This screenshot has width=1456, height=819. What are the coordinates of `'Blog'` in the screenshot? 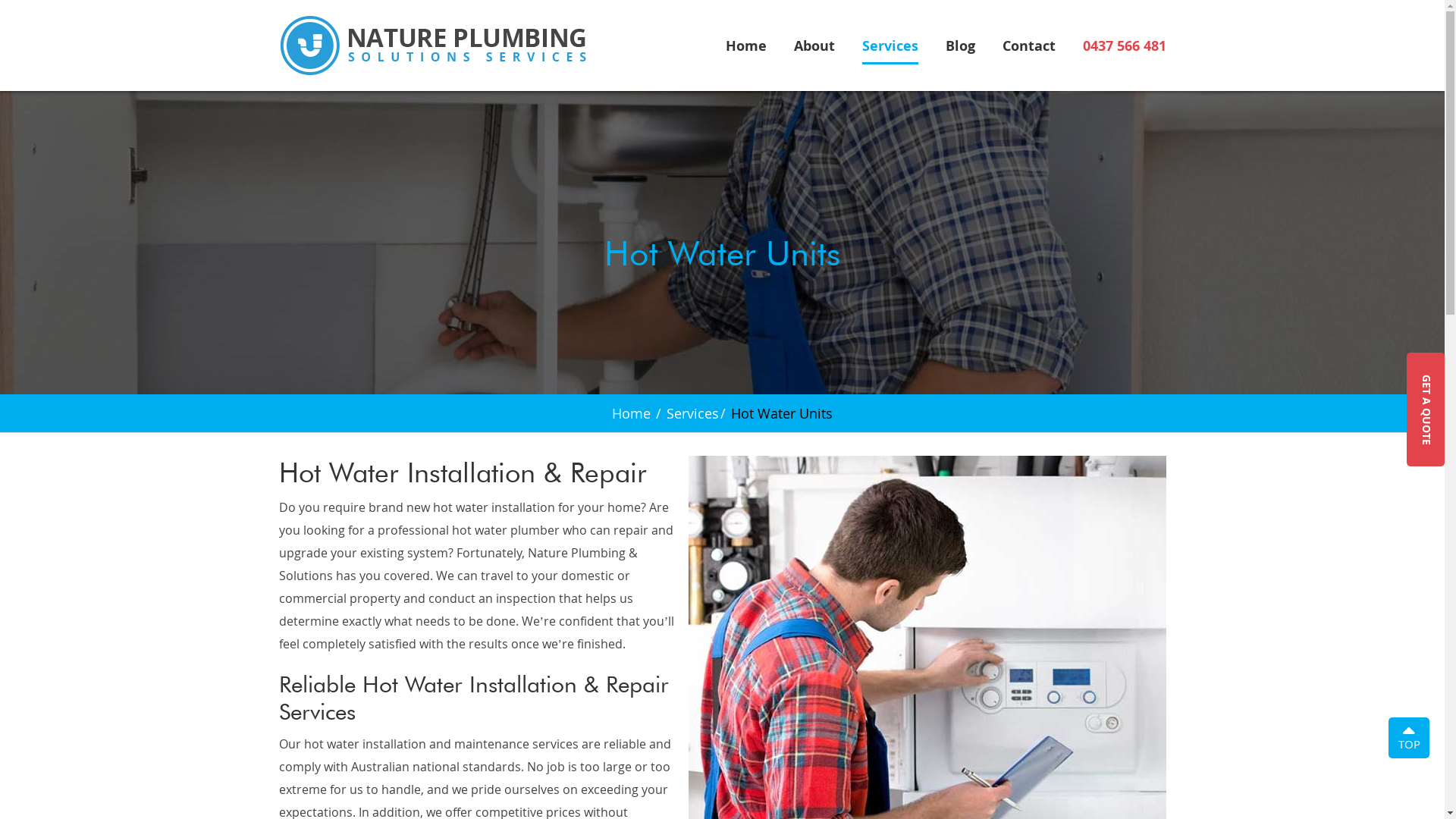 It's located at (959, 49).